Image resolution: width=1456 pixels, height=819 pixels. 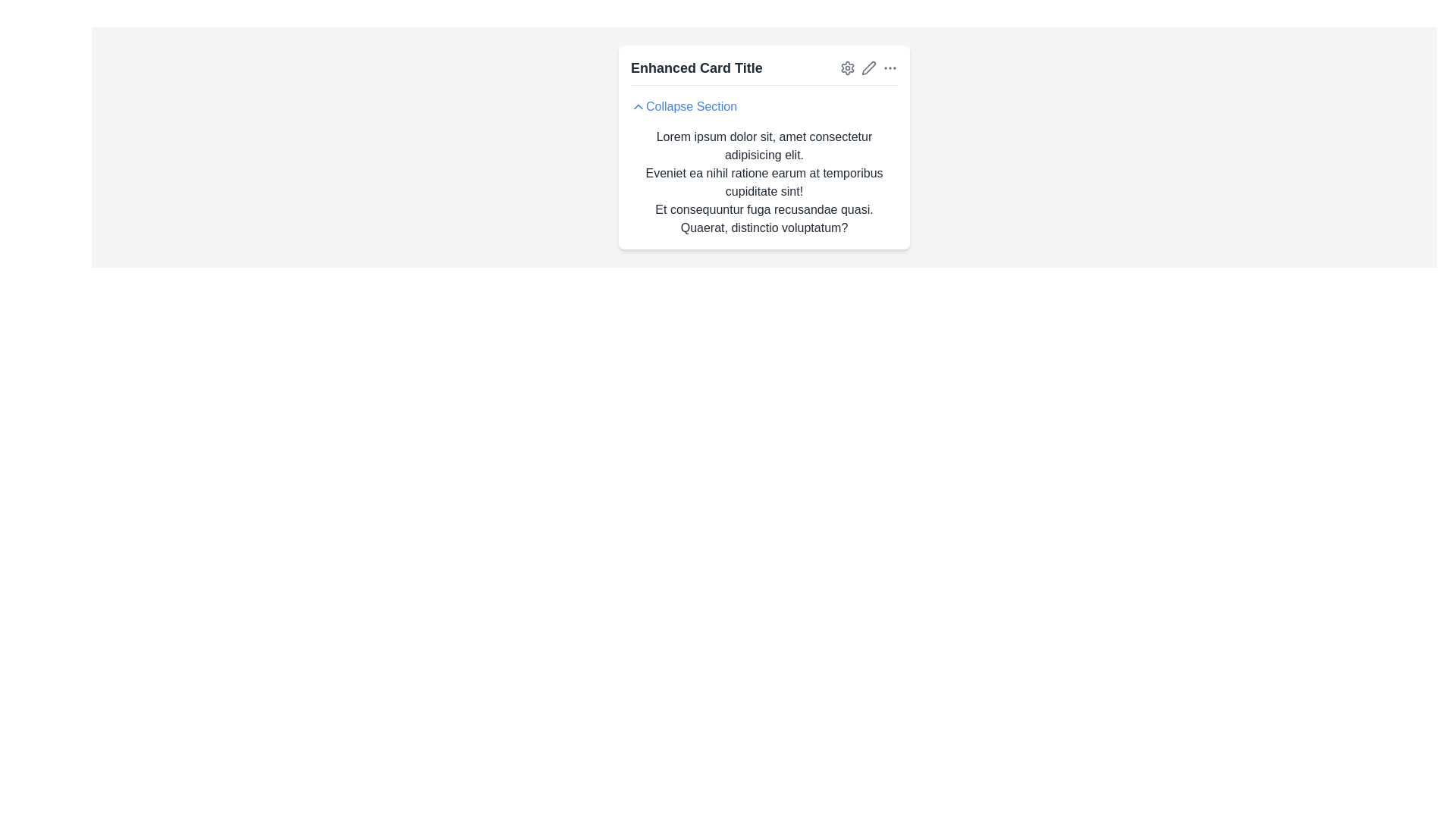 I want to click on the descriptive text block located within the card titled 'Enhanced Card Title', which is the first of three vertically stacked text elements, so click(x=764, y=146).